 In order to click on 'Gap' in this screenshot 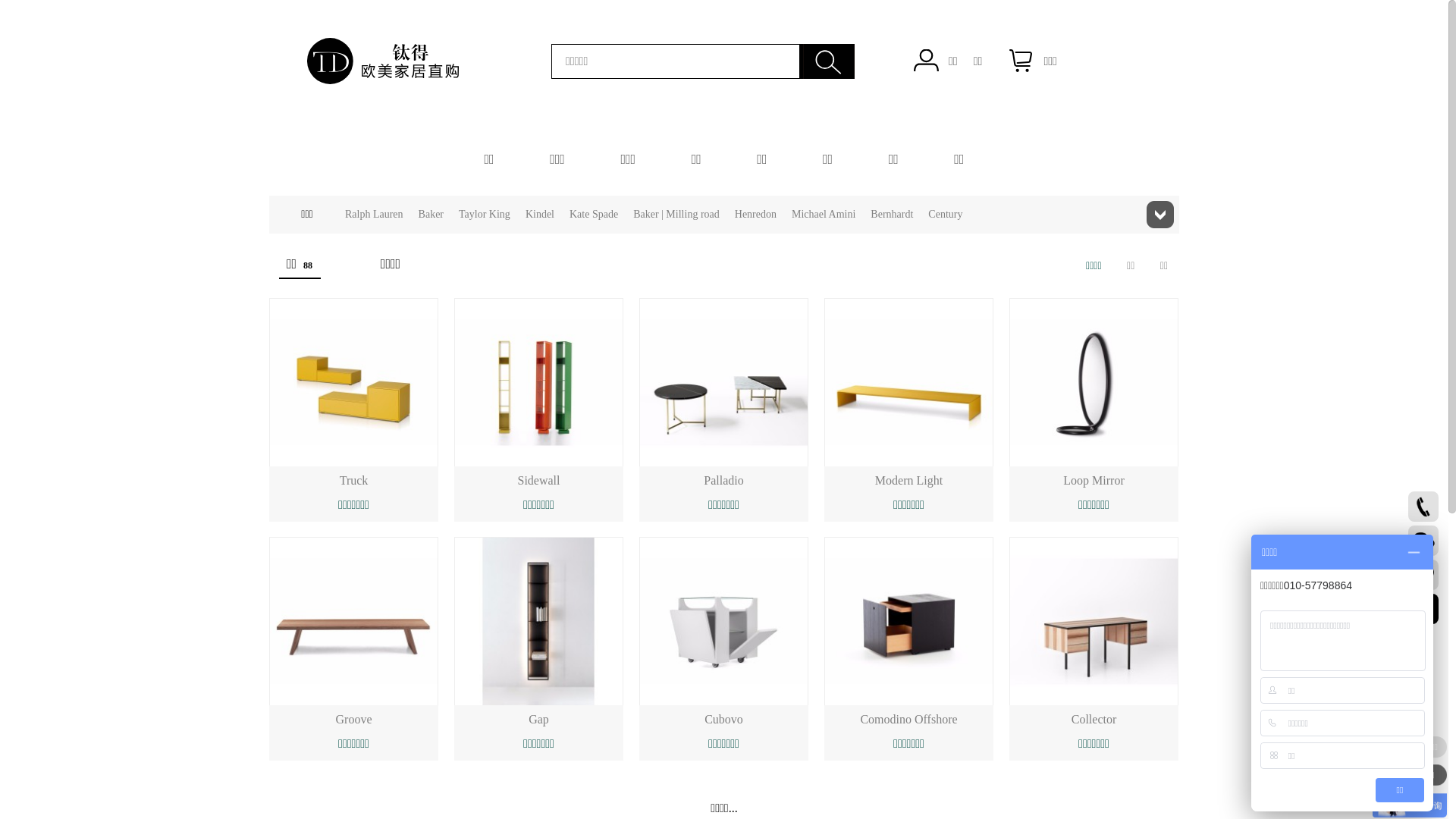, I will do `click(538, 718)`.